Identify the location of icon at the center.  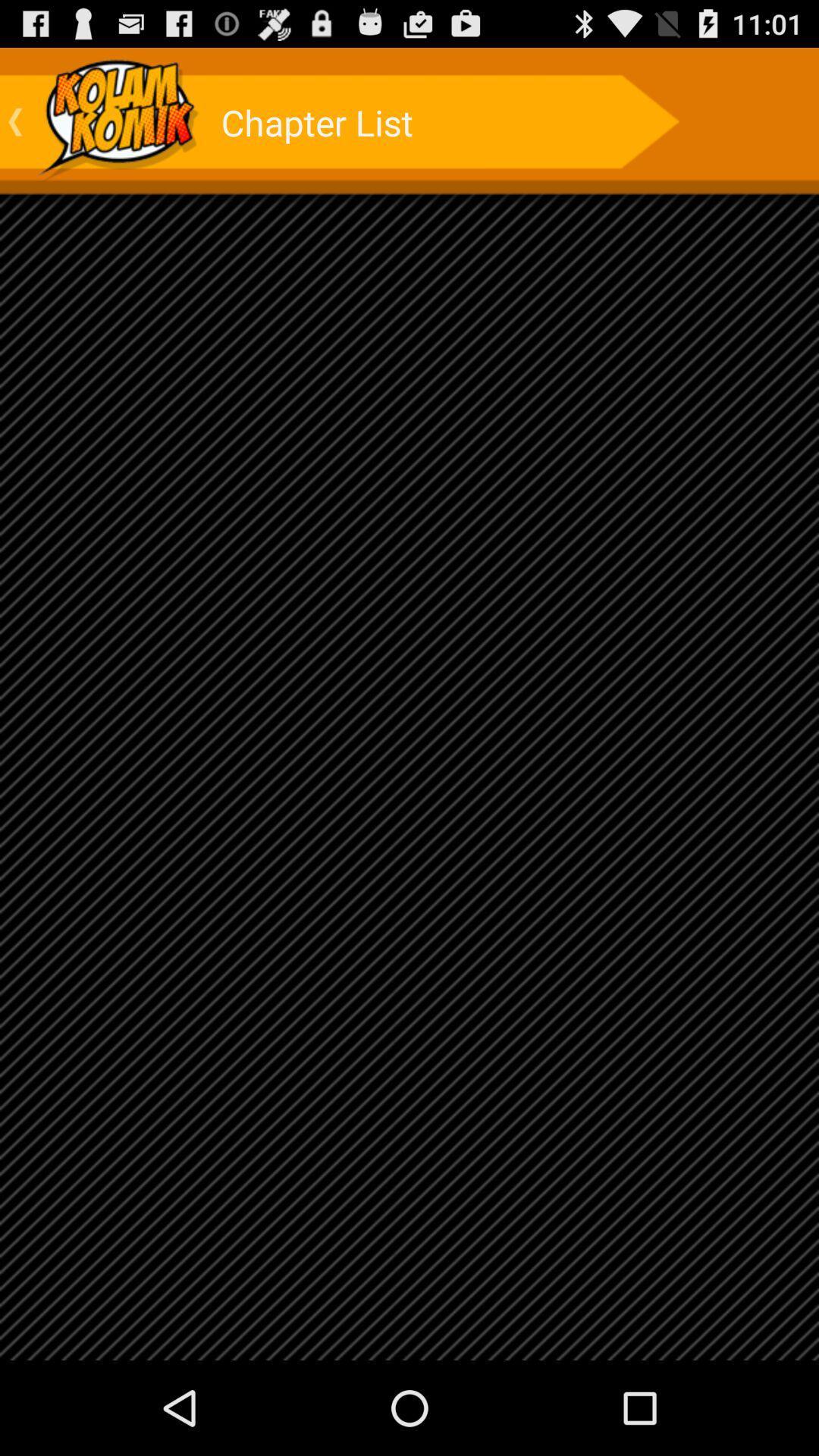
(409, 703).